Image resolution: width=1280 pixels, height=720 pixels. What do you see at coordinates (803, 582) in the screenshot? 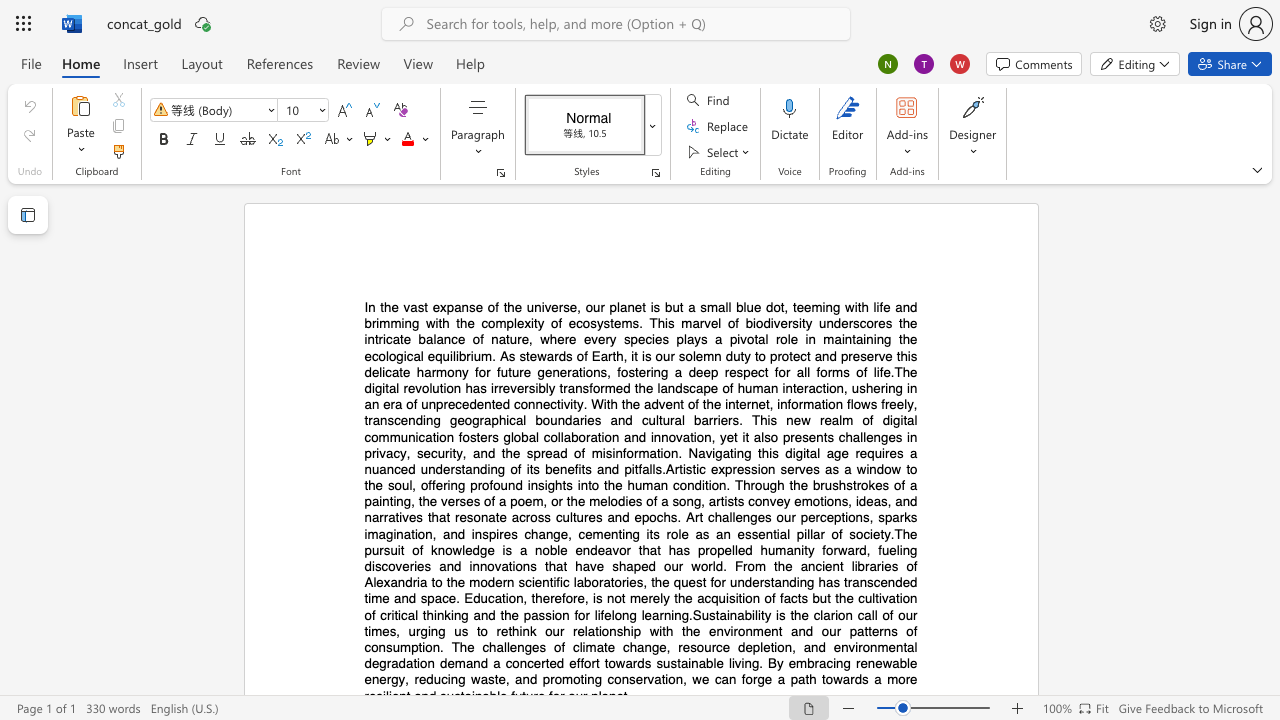
I see `the 17th character "n" in the text` at bounding box center [803, 582].